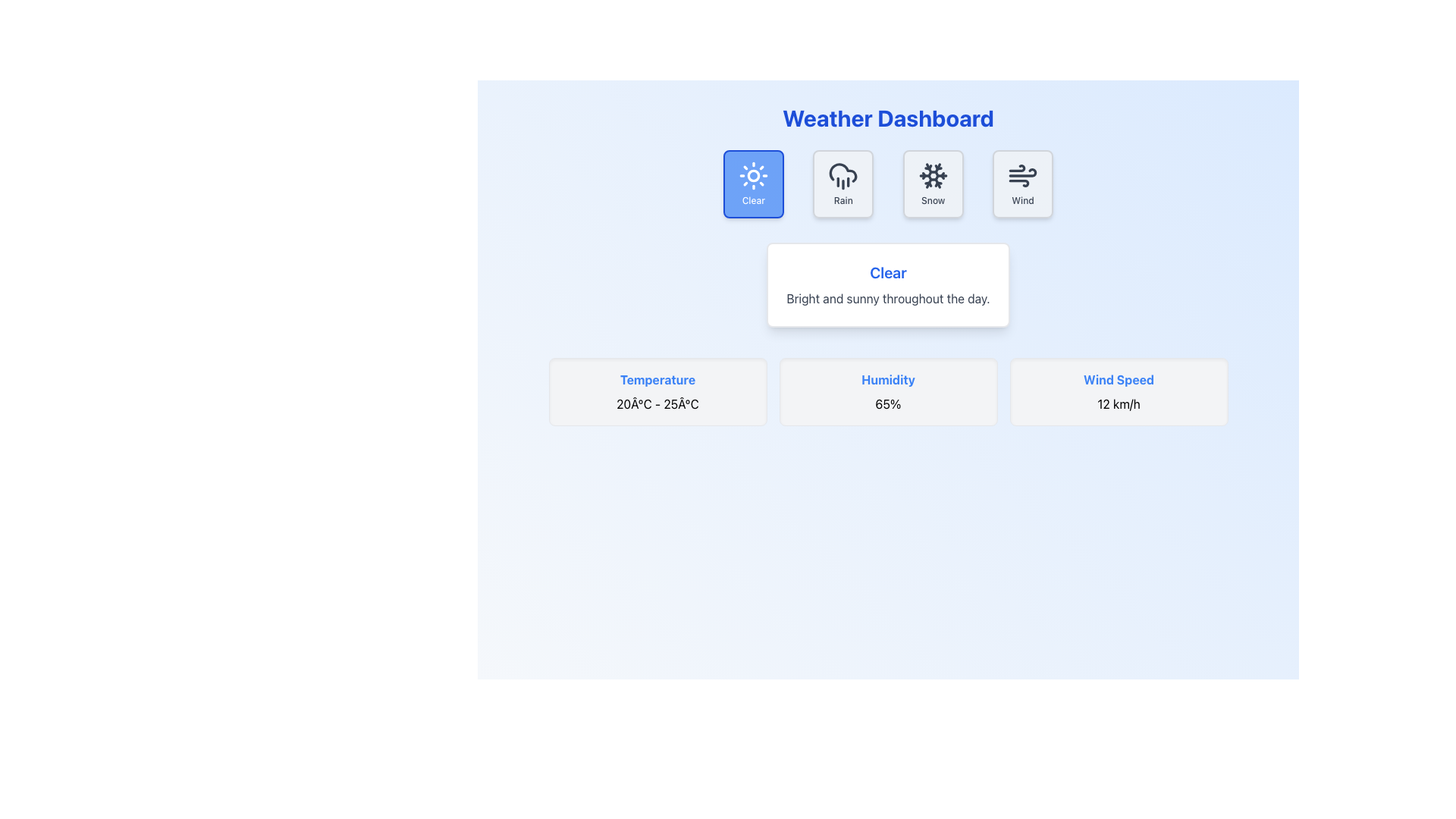  Describe the element at coordinates (753, 174) in the screenshot. I see `the circular element at the center of the sun icon indicating 'Clear' weather condition, located beneath the 'Weather Dashboard' title` at that location.